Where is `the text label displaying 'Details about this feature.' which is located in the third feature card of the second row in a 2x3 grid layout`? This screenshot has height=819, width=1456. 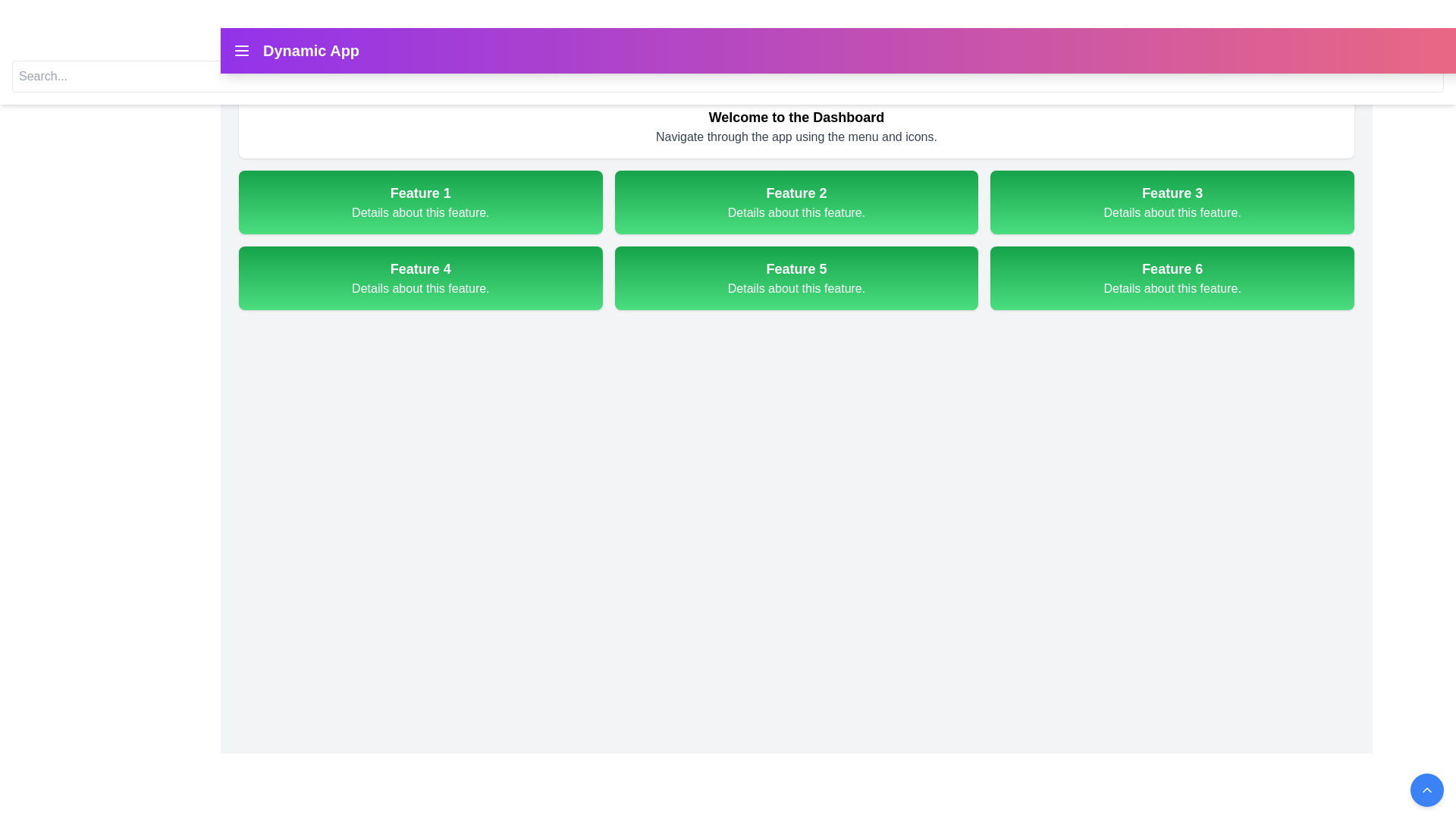
the text label displaying 'Details about this feature.' which is located in the third feature card of the second row in a 2x3 grid layout is located at coordinates (1172, 213).